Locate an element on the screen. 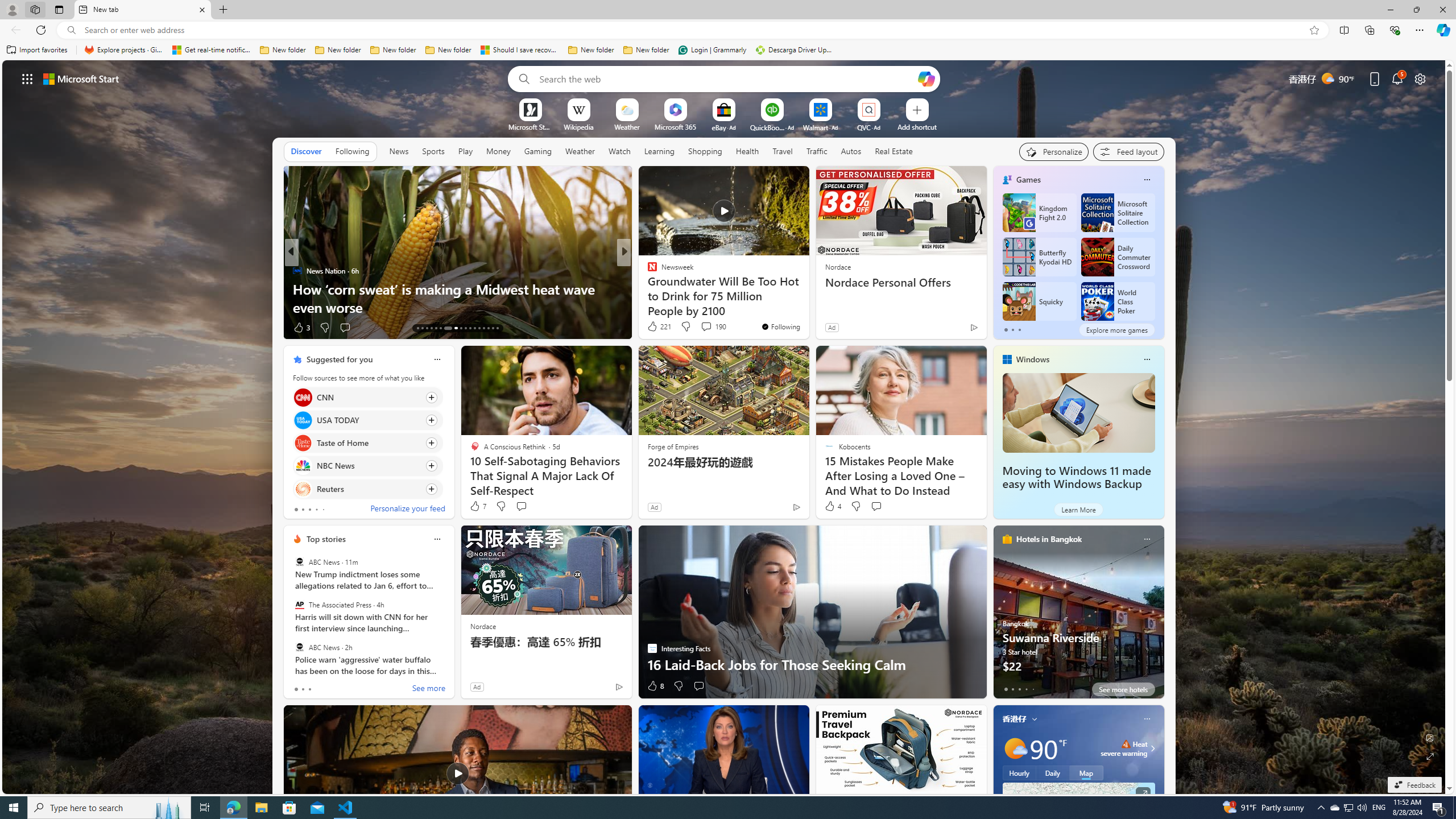 The image size is (1456, 819). 'AutomationID: tab-24' is located at coordinates (474, 328).